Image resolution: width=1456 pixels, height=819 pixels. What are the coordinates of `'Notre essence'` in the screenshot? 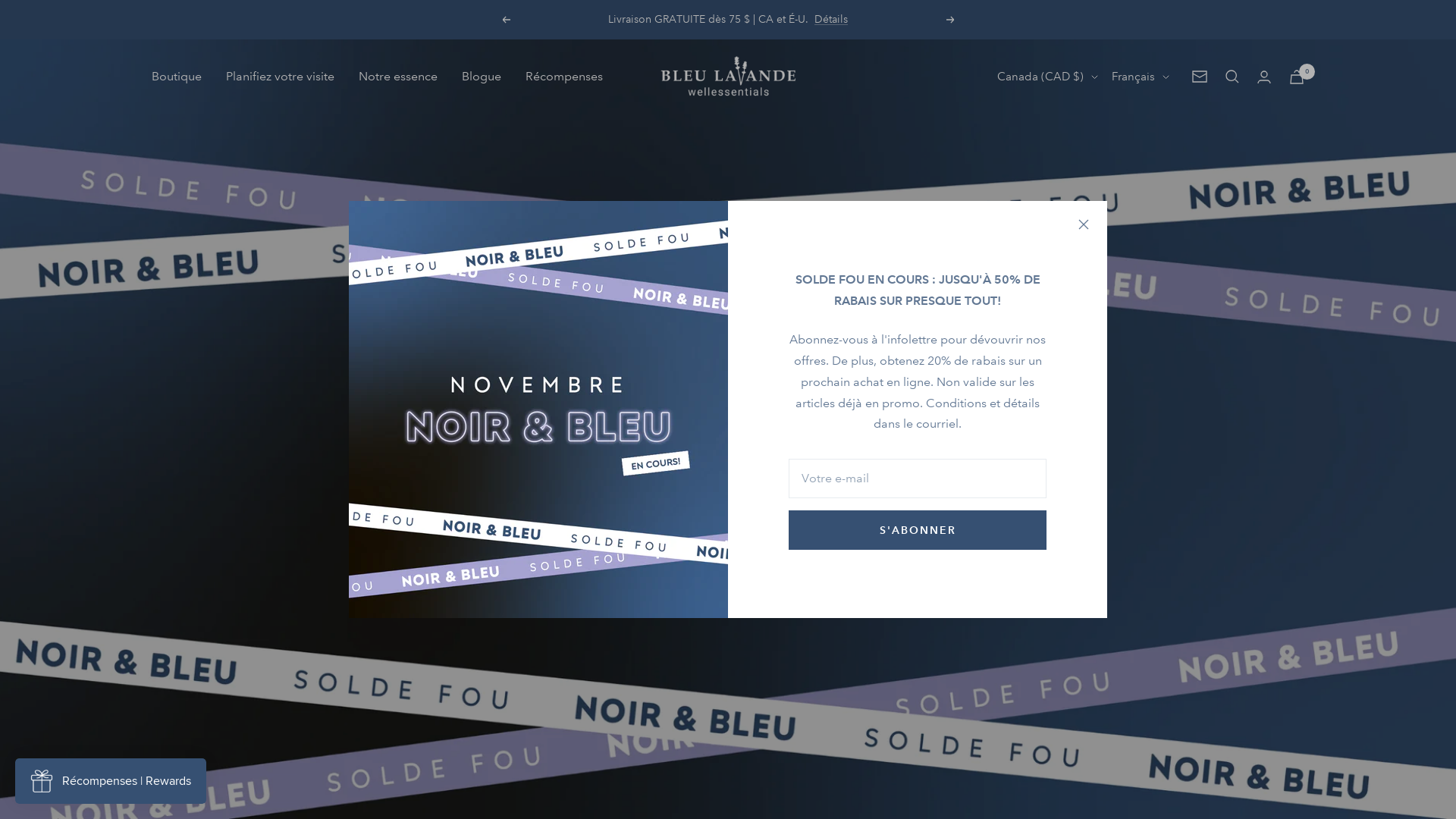 It's located at (397, 76).